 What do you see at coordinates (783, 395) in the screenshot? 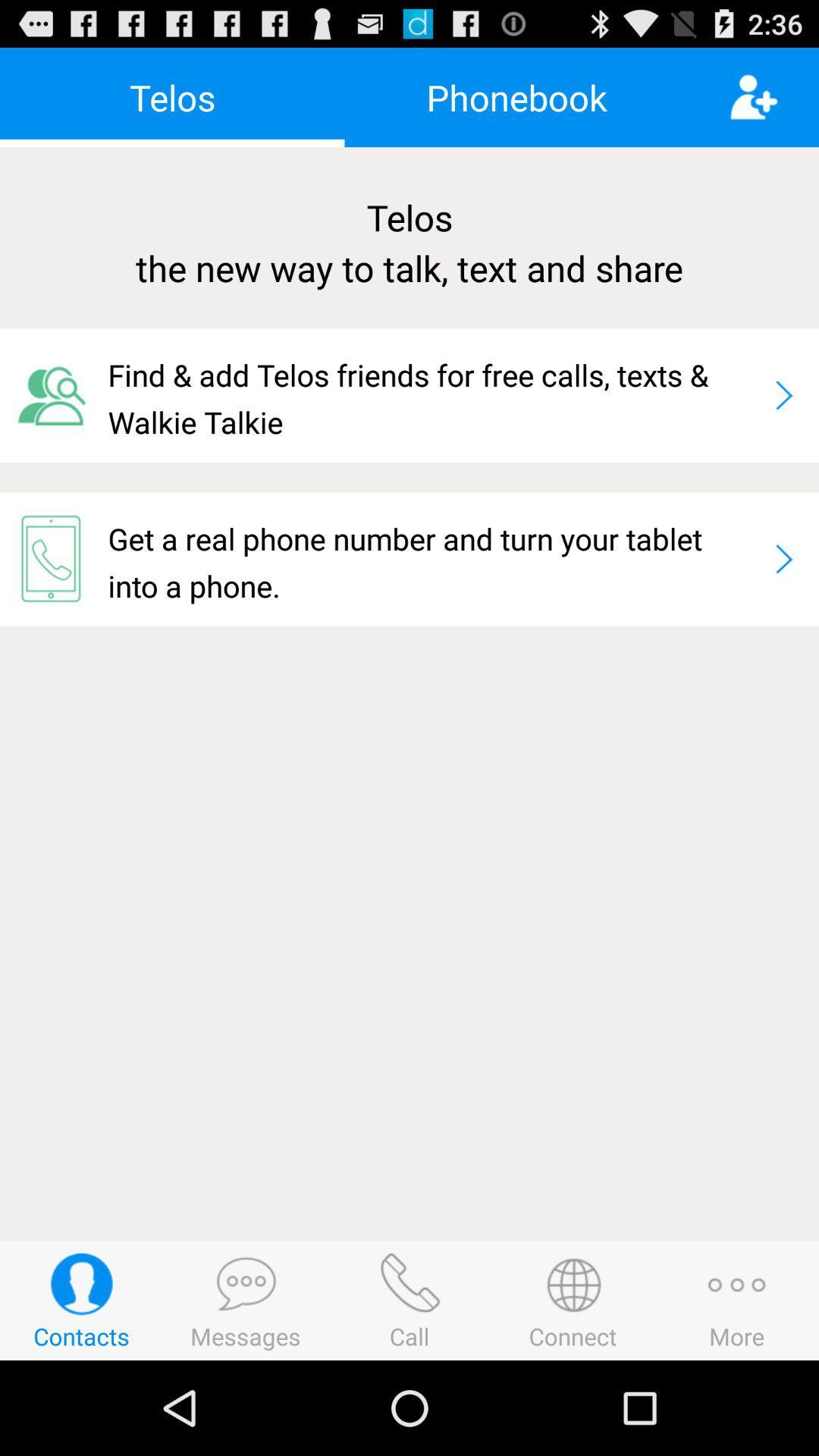
I see `icon to the right of the find add telos item` at bounding box center [783, 395].